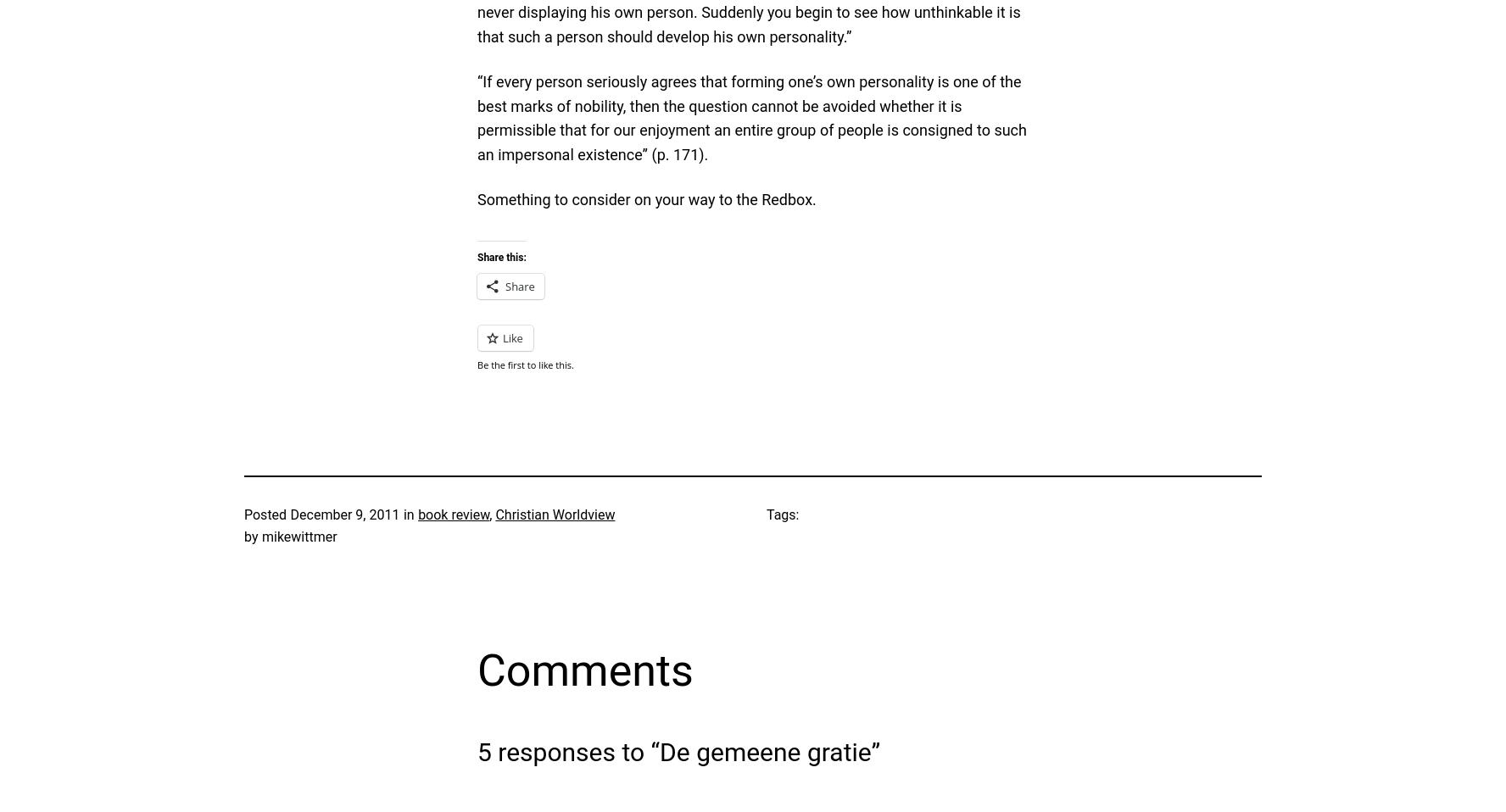  What do you see at coordinates (344, 514) in the screenshot?
I see `'December 9, 2011'` at bounding box center [344, 514].